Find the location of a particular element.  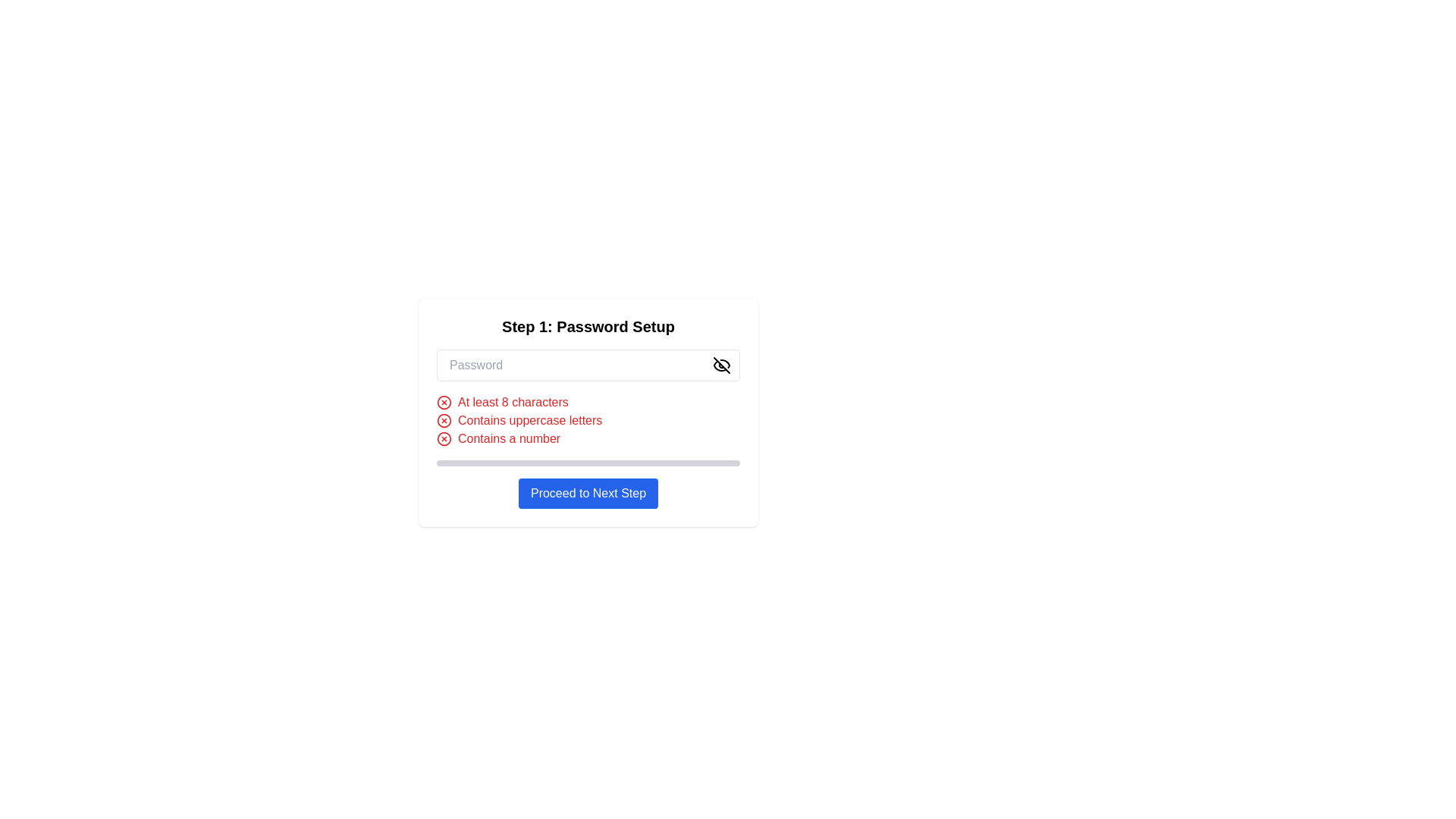

the Progress Bar that indicates the completion status of a process, located beneath the list of password requirements and above the 'Proceed to Next Step' button is located at coordinates (588, 462).